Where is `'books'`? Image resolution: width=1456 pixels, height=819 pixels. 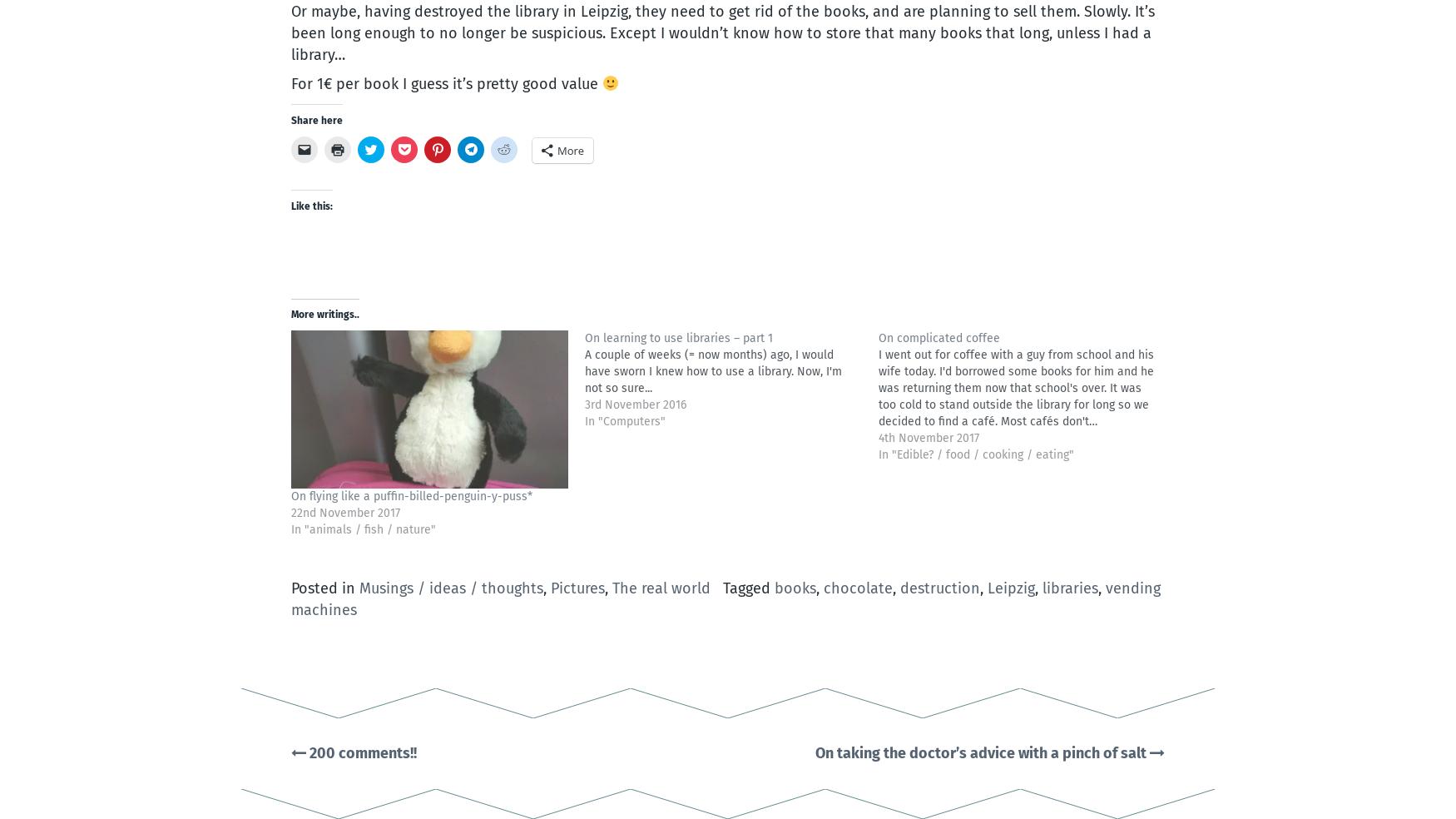
'books' is located at coordinates (795, 588).